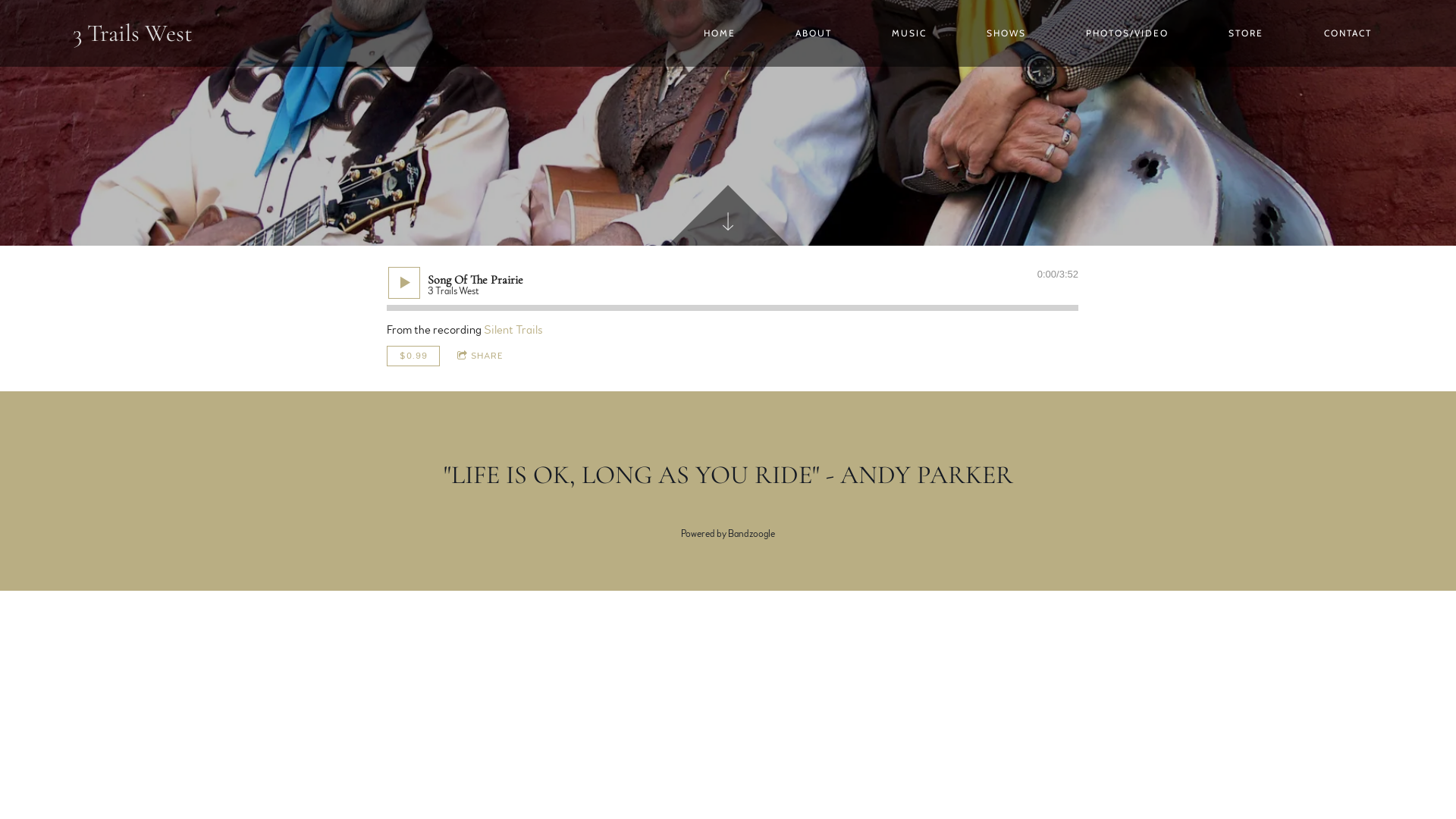  I want to click on 'MUSIC', so click(909, 33).